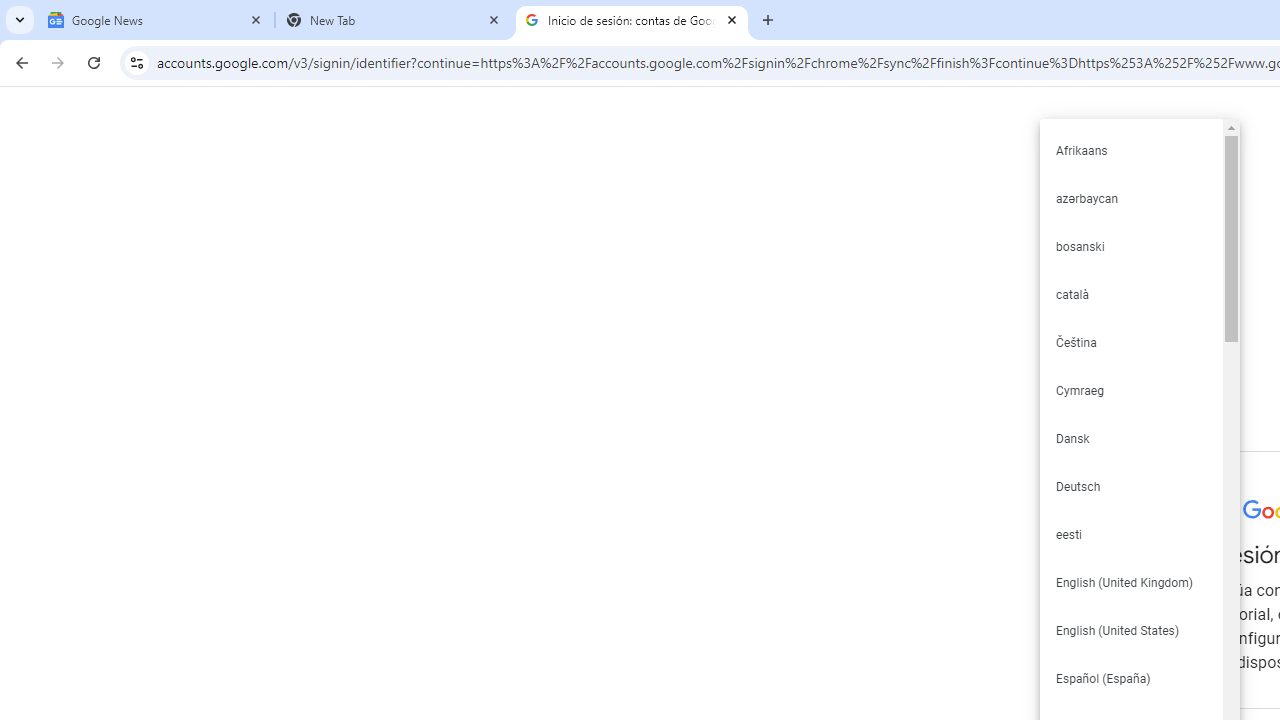 Image resolution: width=1280 pixels, height=720 pixels. Describe the element at coordinates (1130, 631) in the screenshot. I see `'English (United States)'` at that location.